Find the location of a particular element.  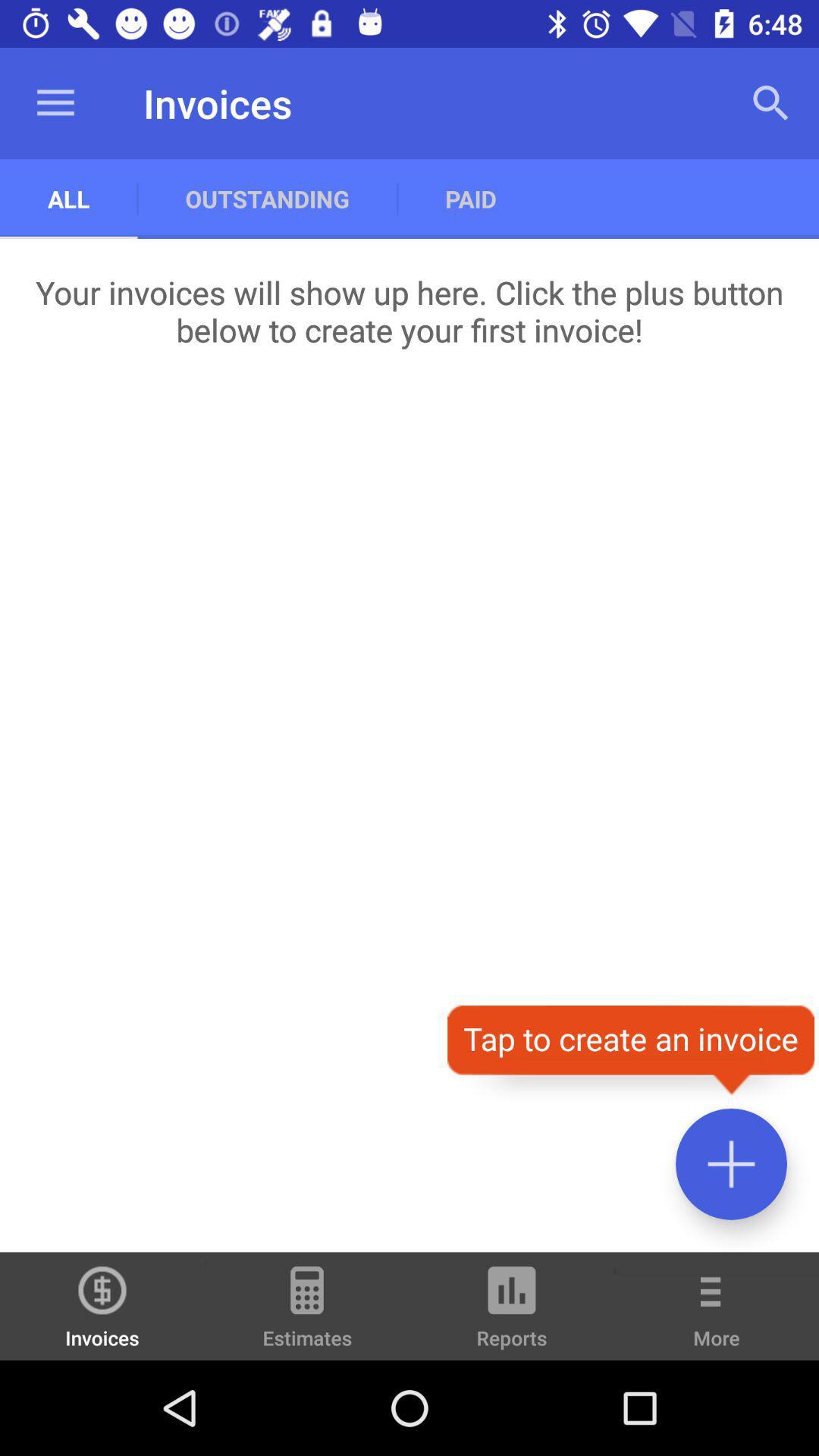

the icon above the your invoices will item is located at coordinates (266, 198).